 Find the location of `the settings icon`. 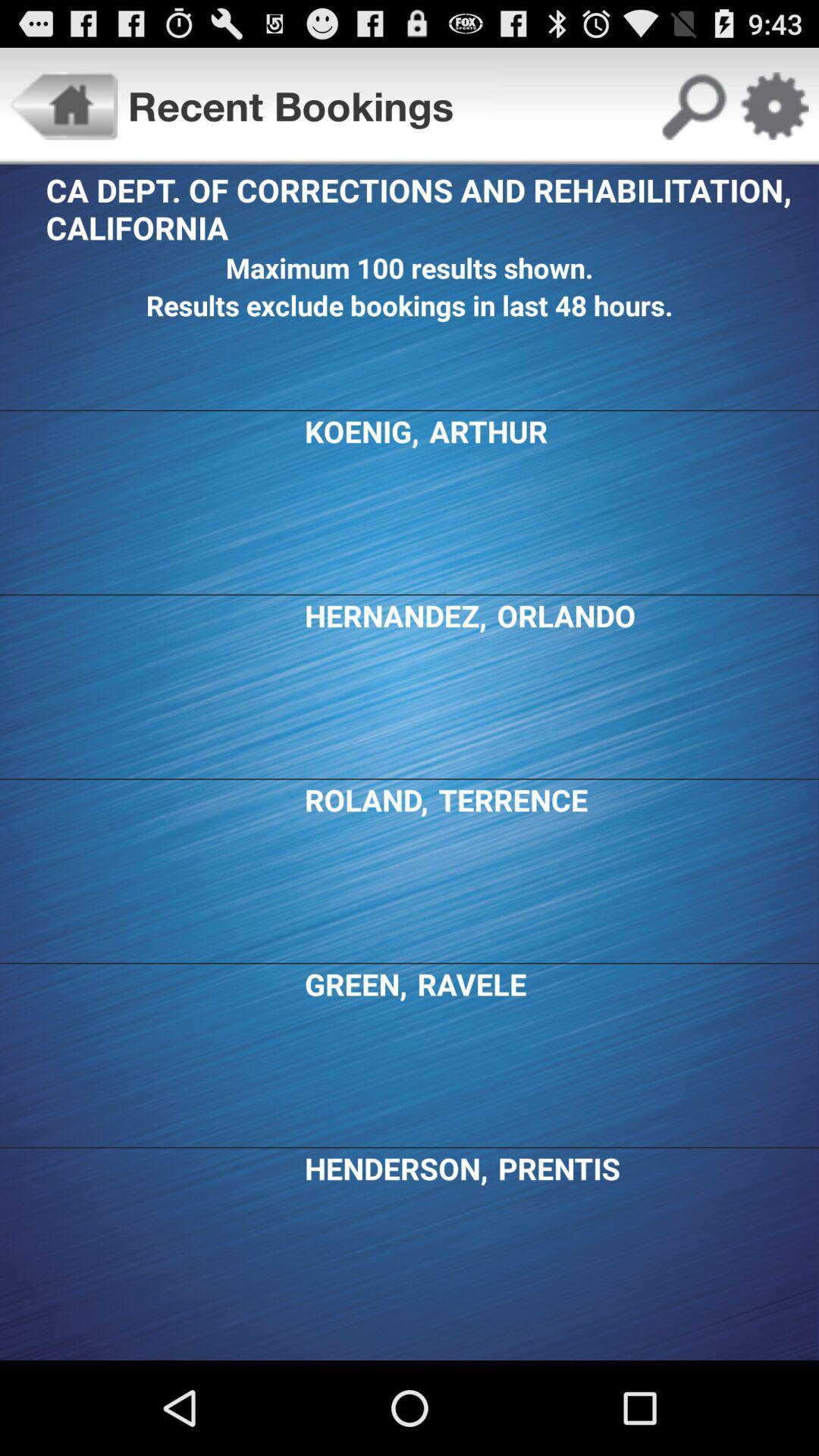

the settings icon is located at coordinates (773, 112).